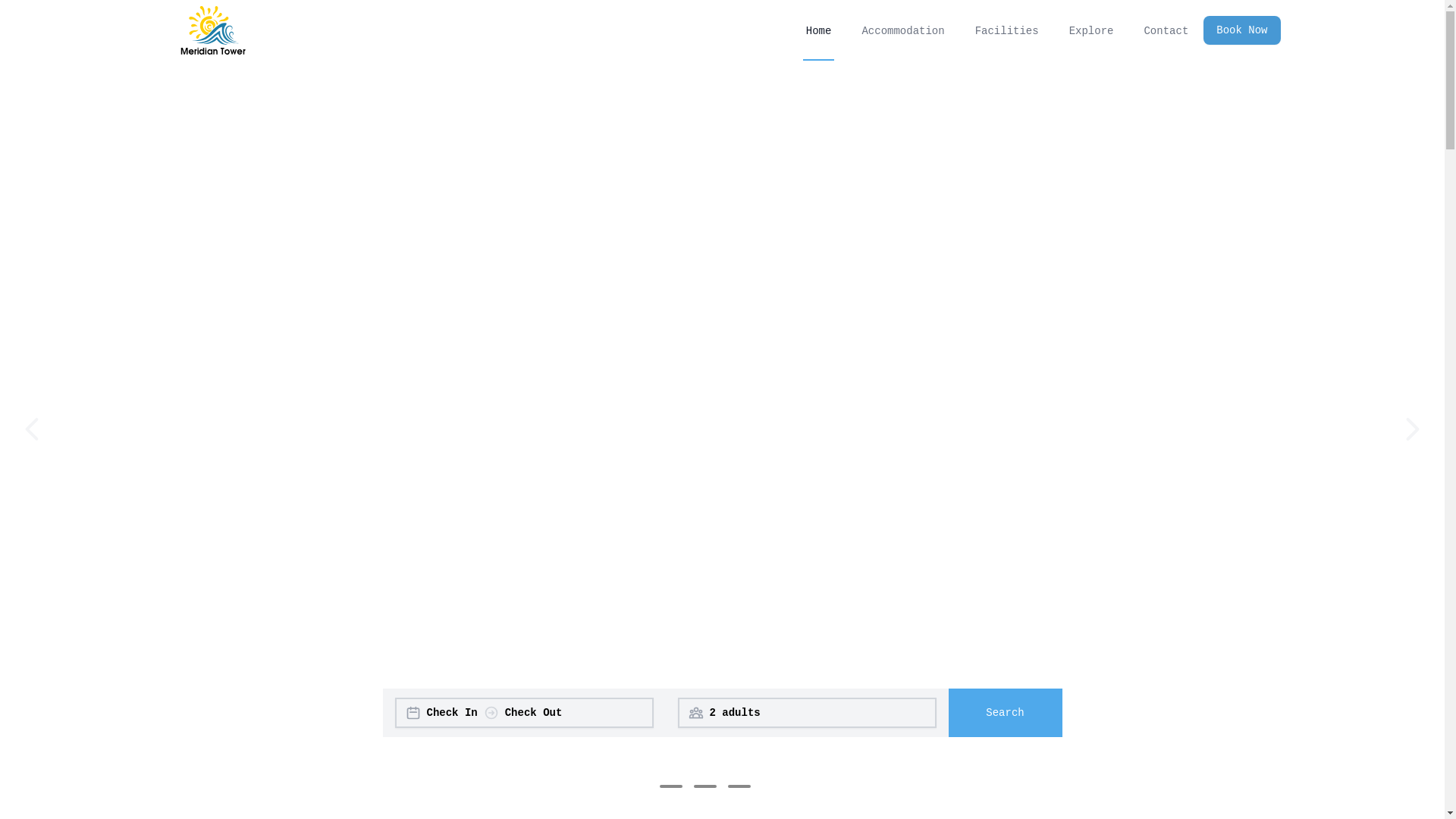 The width and height of the screenshot is (1456, 819). Describe the element at coordinates (1065, 30) in the screenshot. I see `'Explore'` at that location.